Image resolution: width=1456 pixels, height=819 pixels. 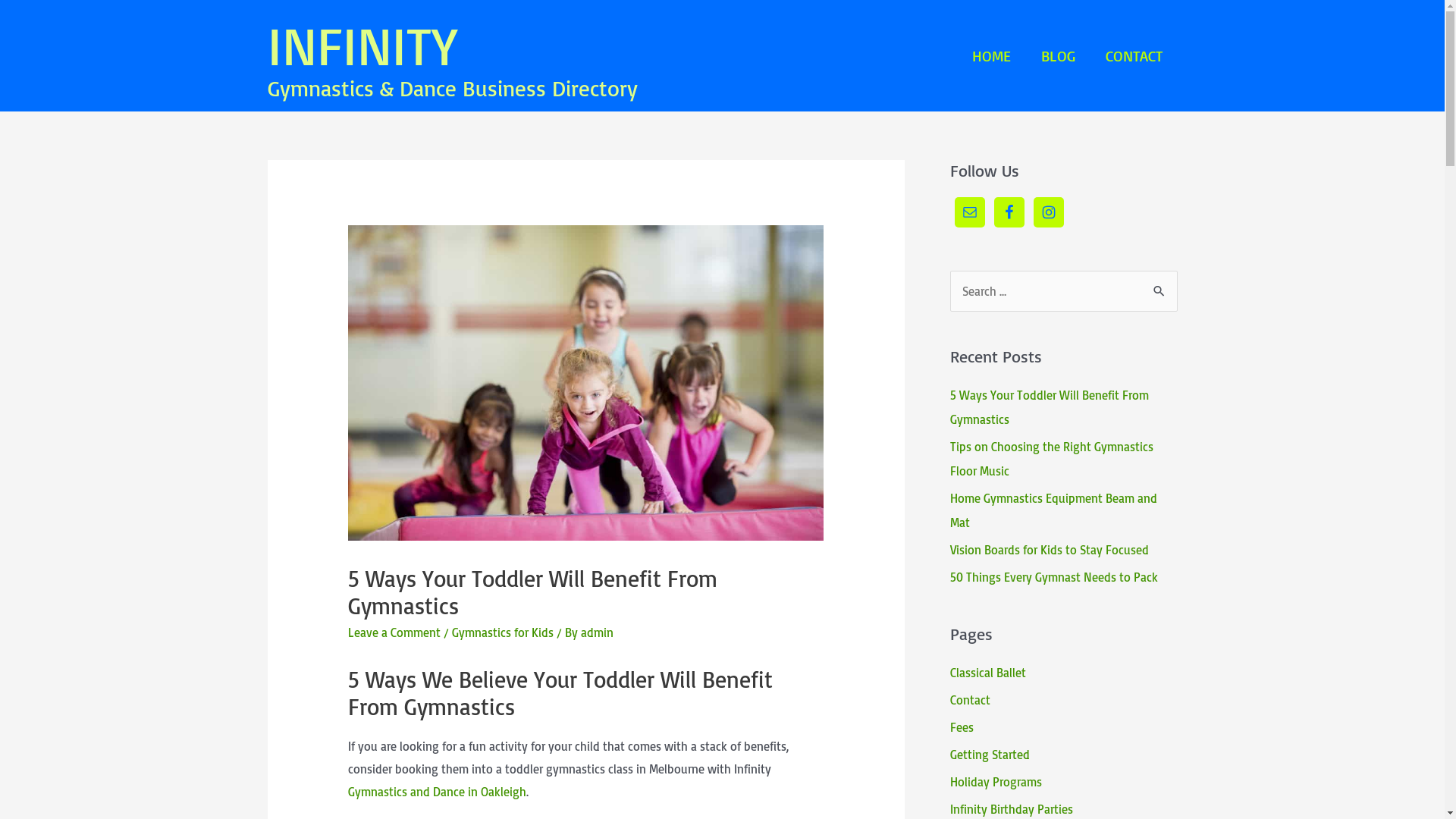 What do you see at coordinates (960, 726) in the screenshot?
I see `'Fees'` at bounding box center [960, 726].